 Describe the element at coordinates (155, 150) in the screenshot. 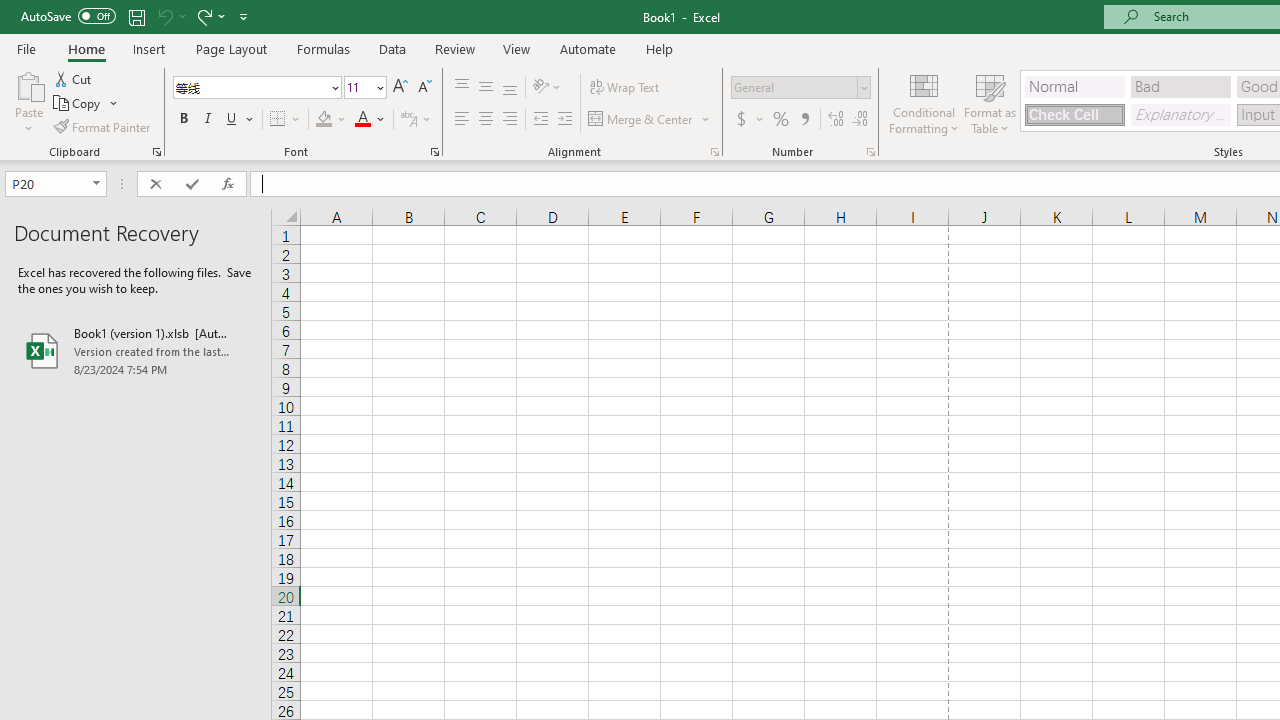

I see `'Office Clipboard...'` at that location.